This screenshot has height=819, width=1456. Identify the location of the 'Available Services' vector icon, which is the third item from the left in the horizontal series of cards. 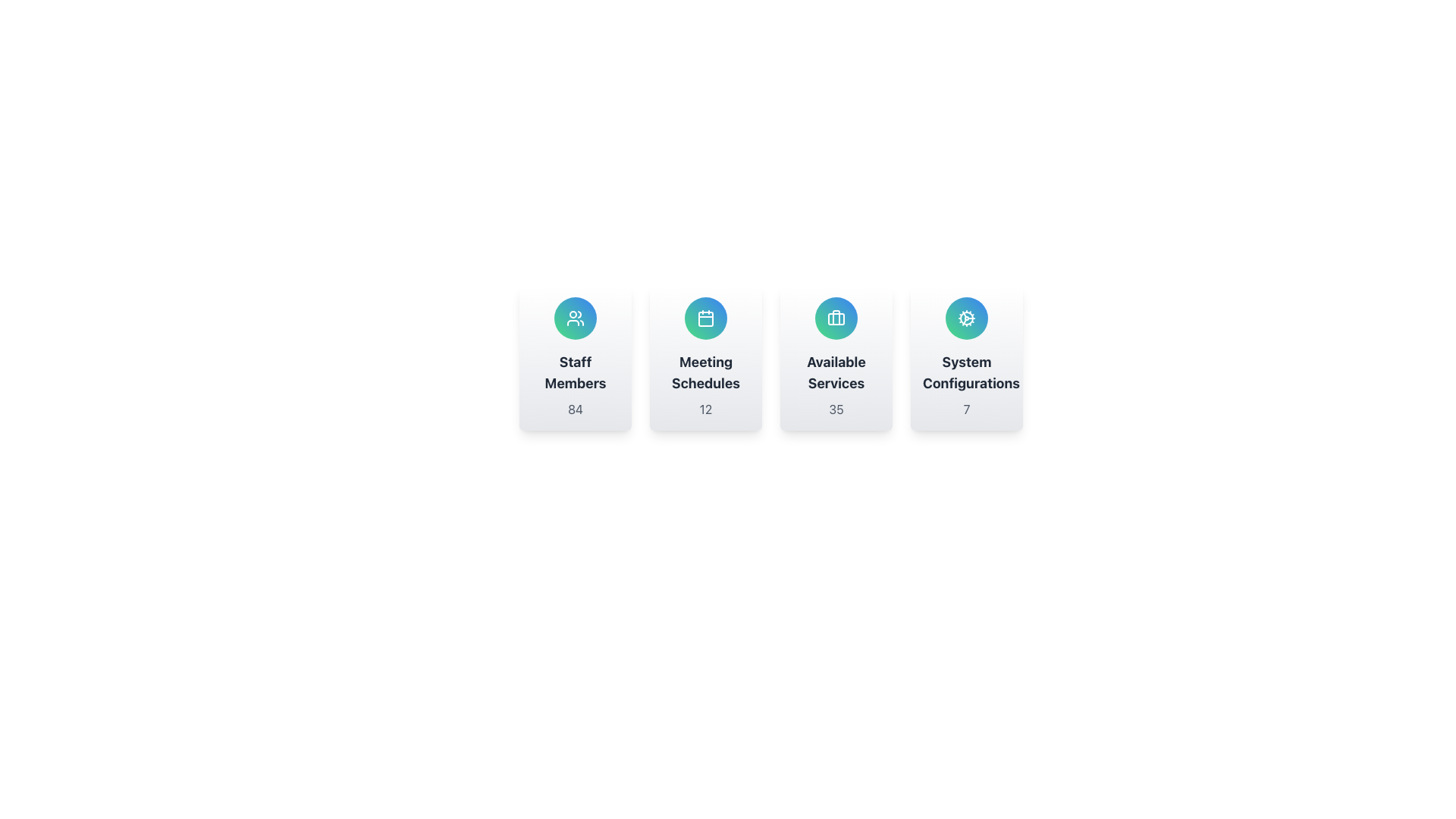
(836, 318).